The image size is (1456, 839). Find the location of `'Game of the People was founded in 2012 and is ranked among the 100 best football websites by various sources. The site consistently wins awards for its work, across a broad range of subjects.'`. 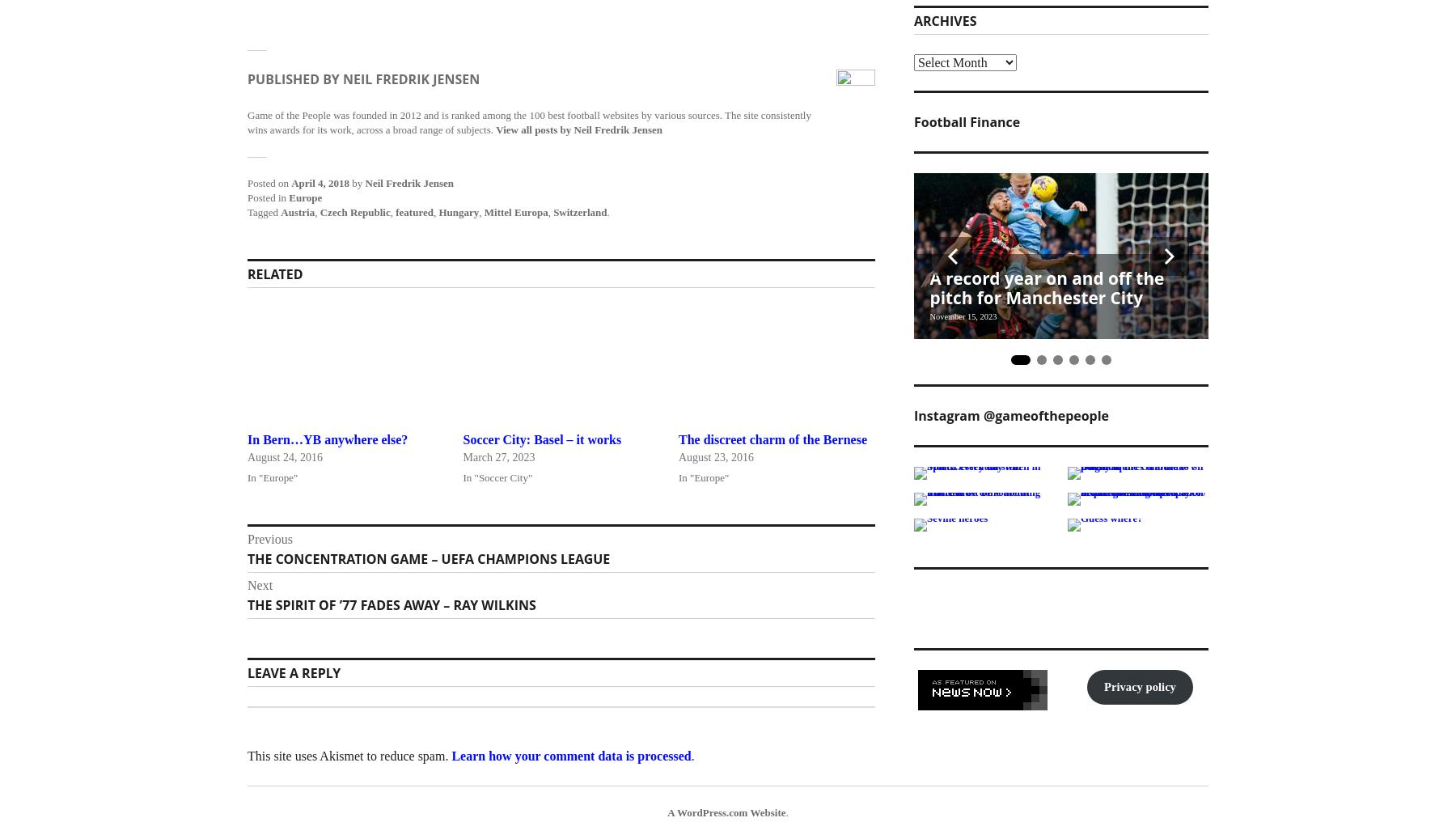

'Game of the People was founded in 2012 and is ranked among the 100 best football websites by various sources. The site consistently wins awards for its work, across a broad range of subjects.' is located at coordinates (528, 121).